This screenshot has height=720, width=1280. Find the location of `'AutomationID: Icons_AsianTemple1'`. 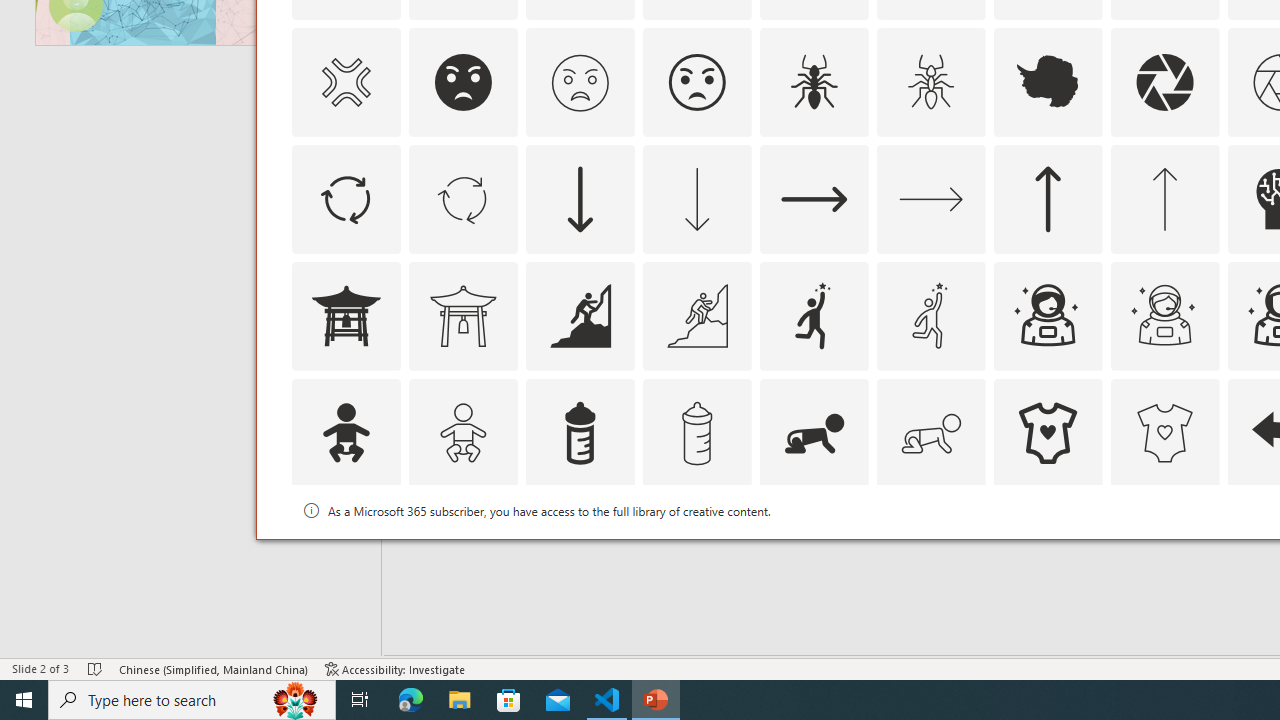

'AutomationID: Icons_AsianTemple1' is located at coordinates (345, 315).